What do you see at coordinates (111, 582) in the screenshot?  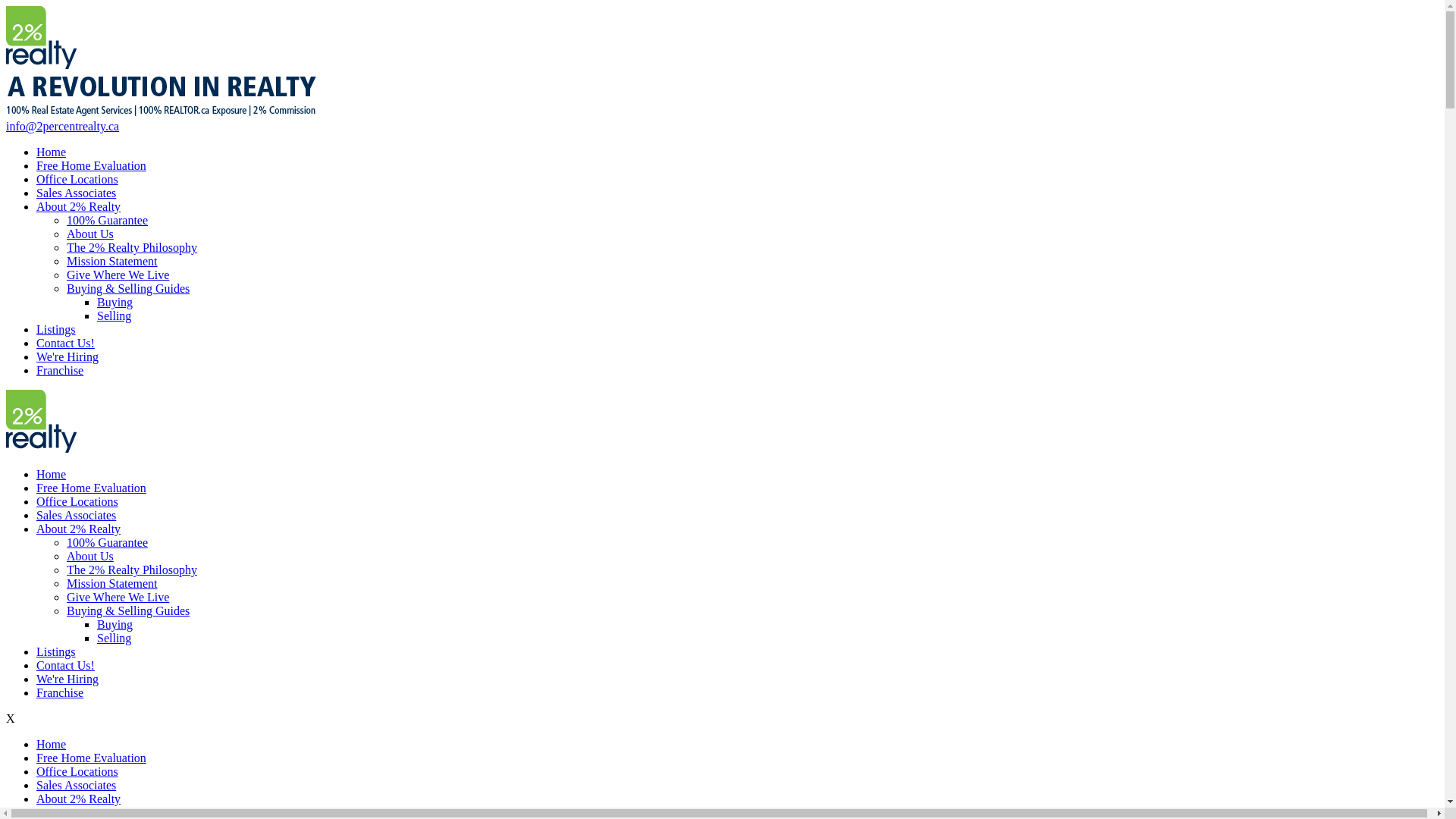 I see `'Mission Statement'` at bounding box center [111, 582].